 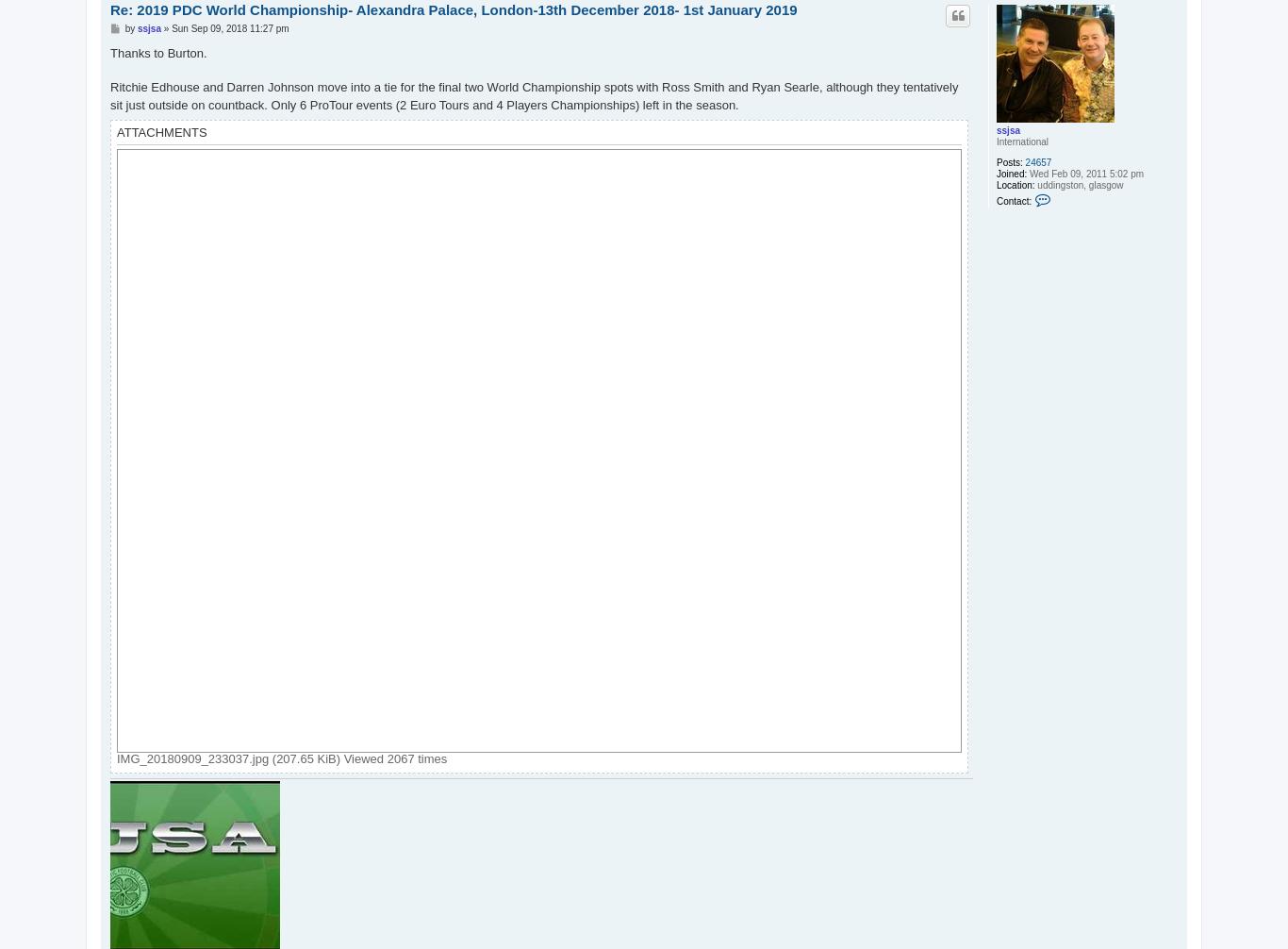 What do you see at coordinates (1014, 184) in the screenshot?
I see `'Location:'` at bounding box center [1014, 184].